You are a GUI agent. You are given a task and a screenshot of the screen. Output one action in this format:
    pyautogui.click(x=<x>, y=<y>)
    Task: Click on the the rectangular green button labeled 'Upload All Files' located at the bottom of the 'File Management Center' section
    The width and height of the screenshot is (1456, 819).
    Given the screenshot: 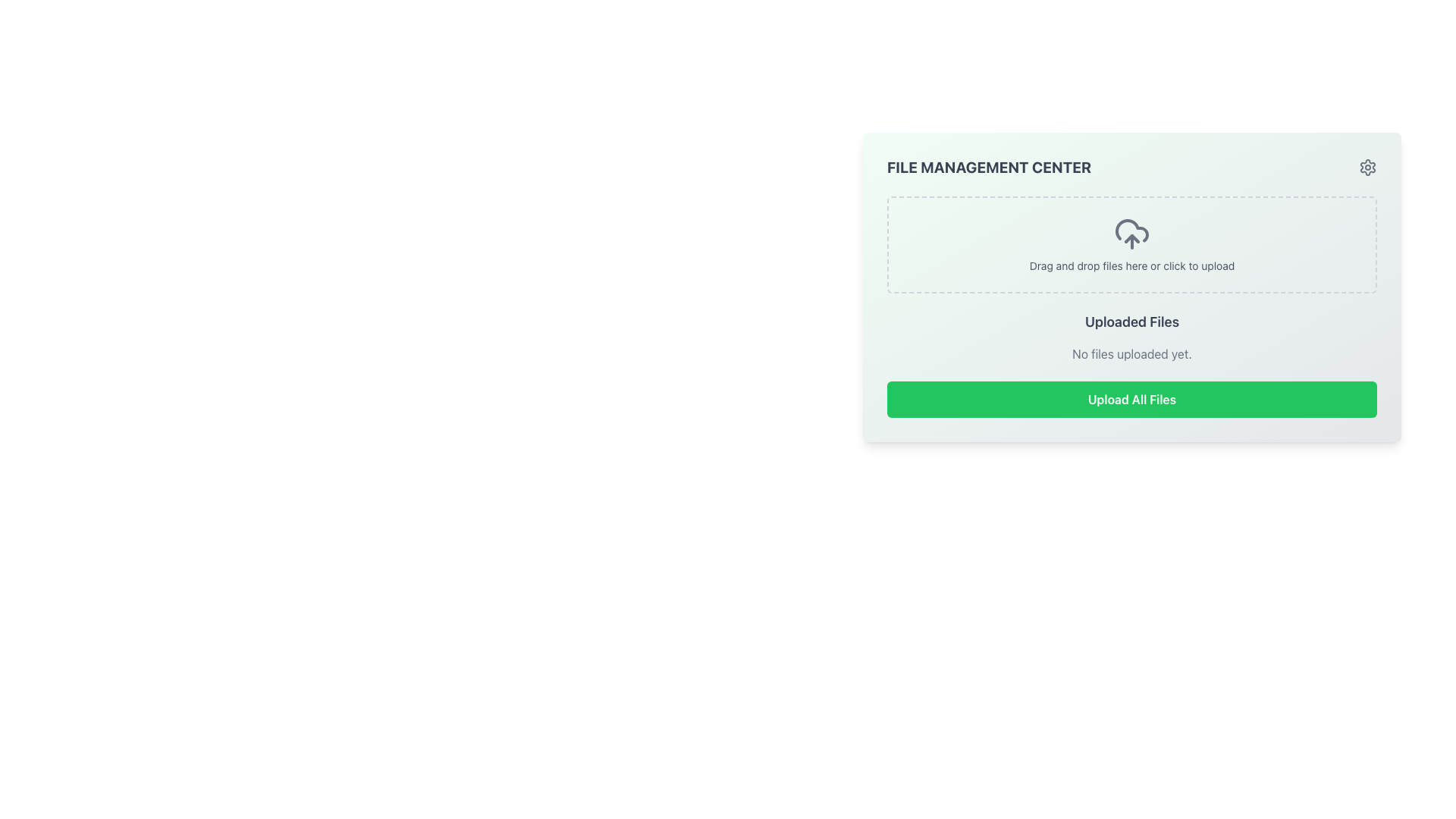 What is the action you would take?
    pyautogui.click(x=1131, y=399)
    